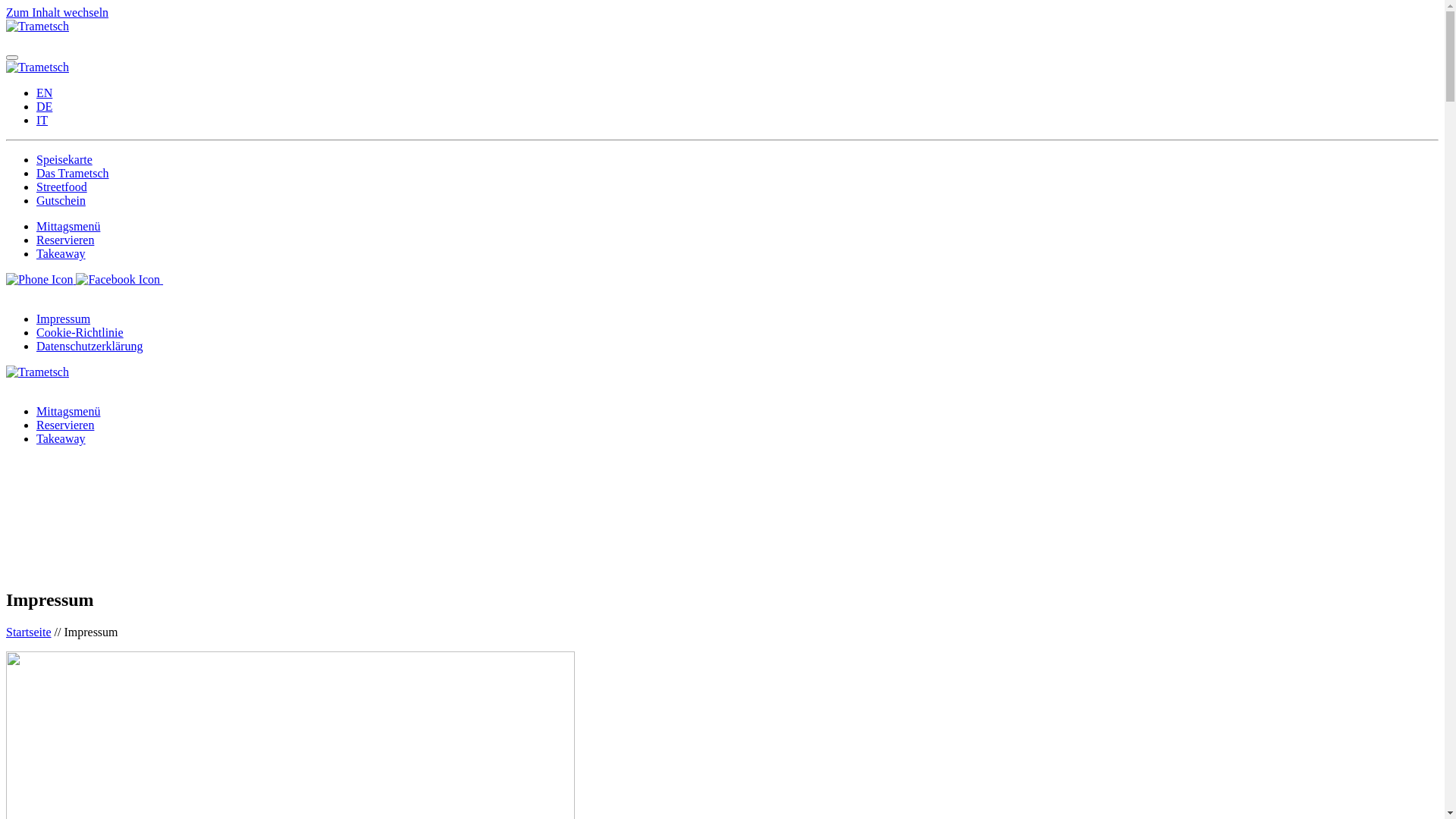  Describe the element at coordinates (62, 318) in the screenshot. I see `'Impressum'` at that location.